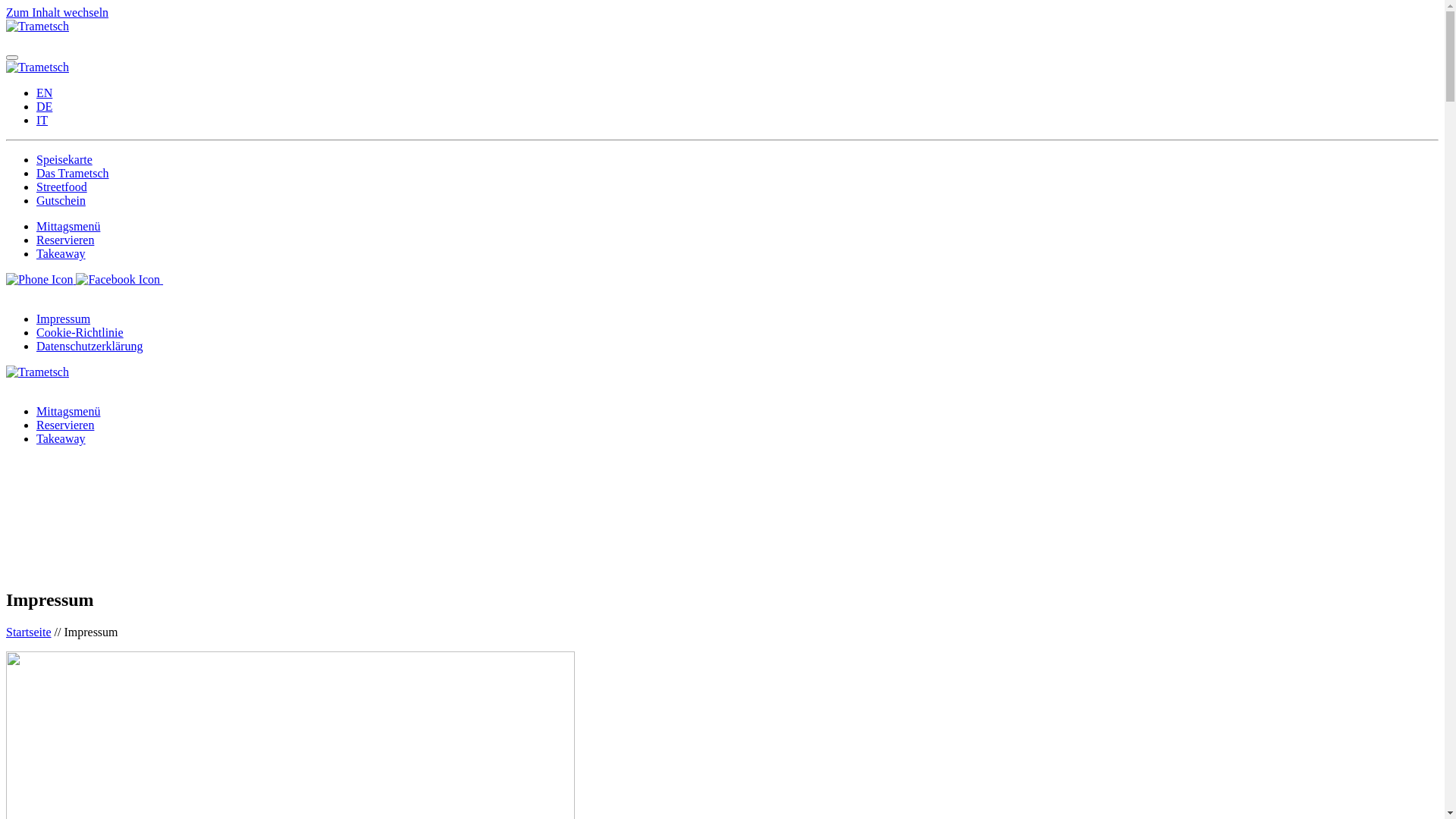  Describe the element at coordinates (62, 318) in the screenshot. I see `'Impressum'` at that location.